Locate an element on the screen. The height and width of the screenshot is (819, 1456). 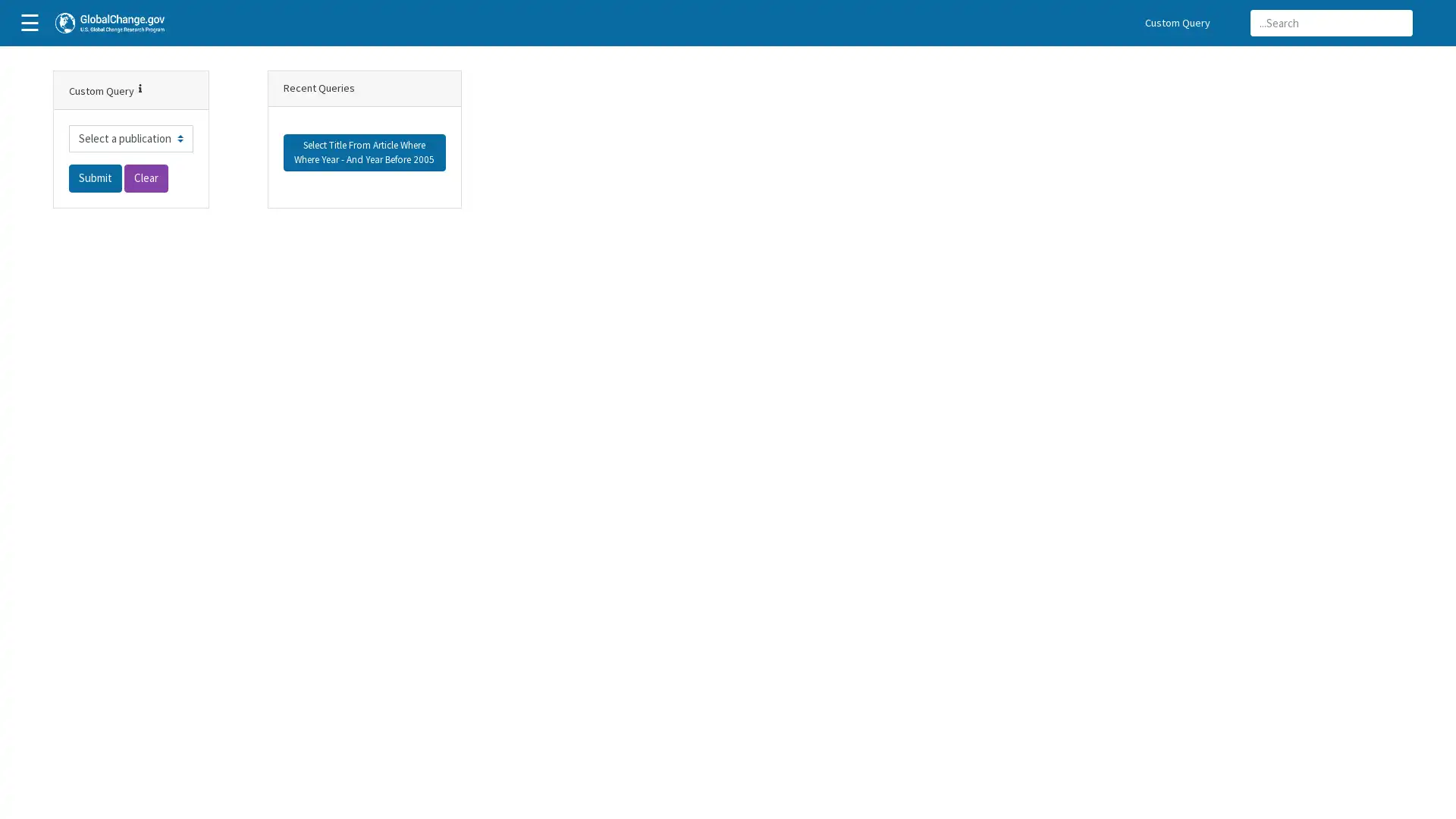
Submit is located at coordinates (94, 177).